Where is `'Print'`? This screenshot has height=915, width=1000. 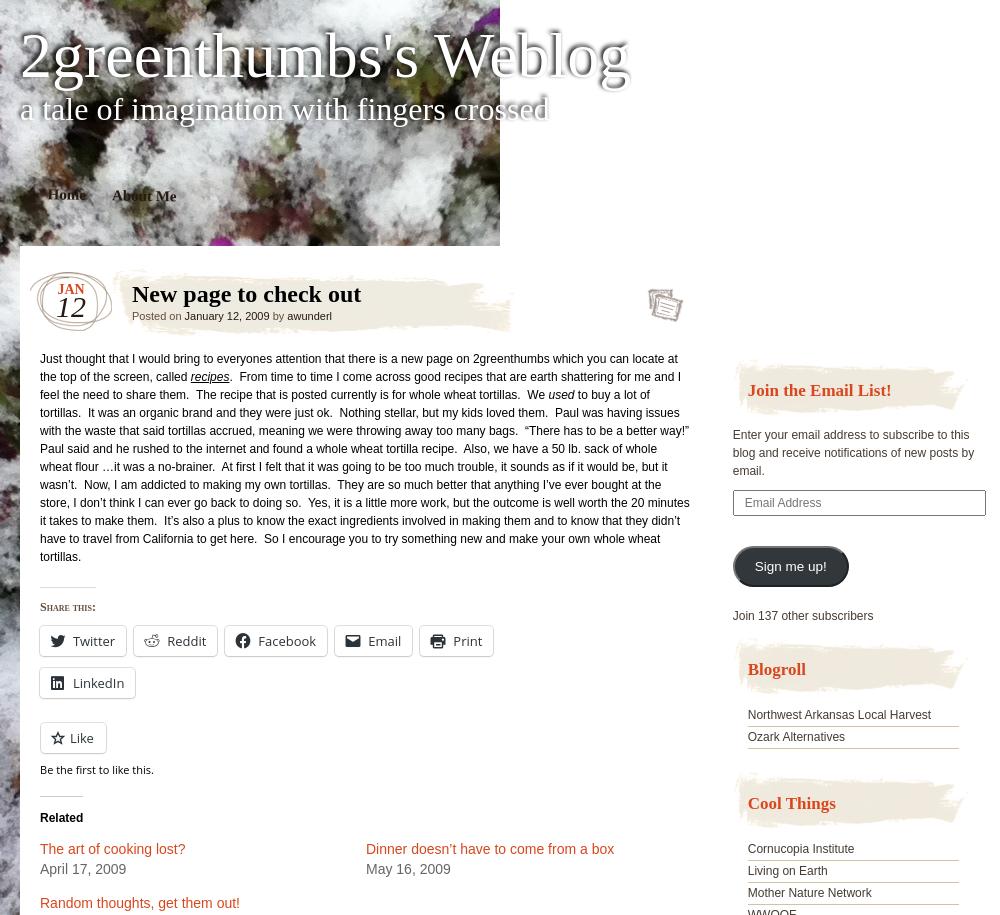
'Print' is located at coordinates (466, 640).